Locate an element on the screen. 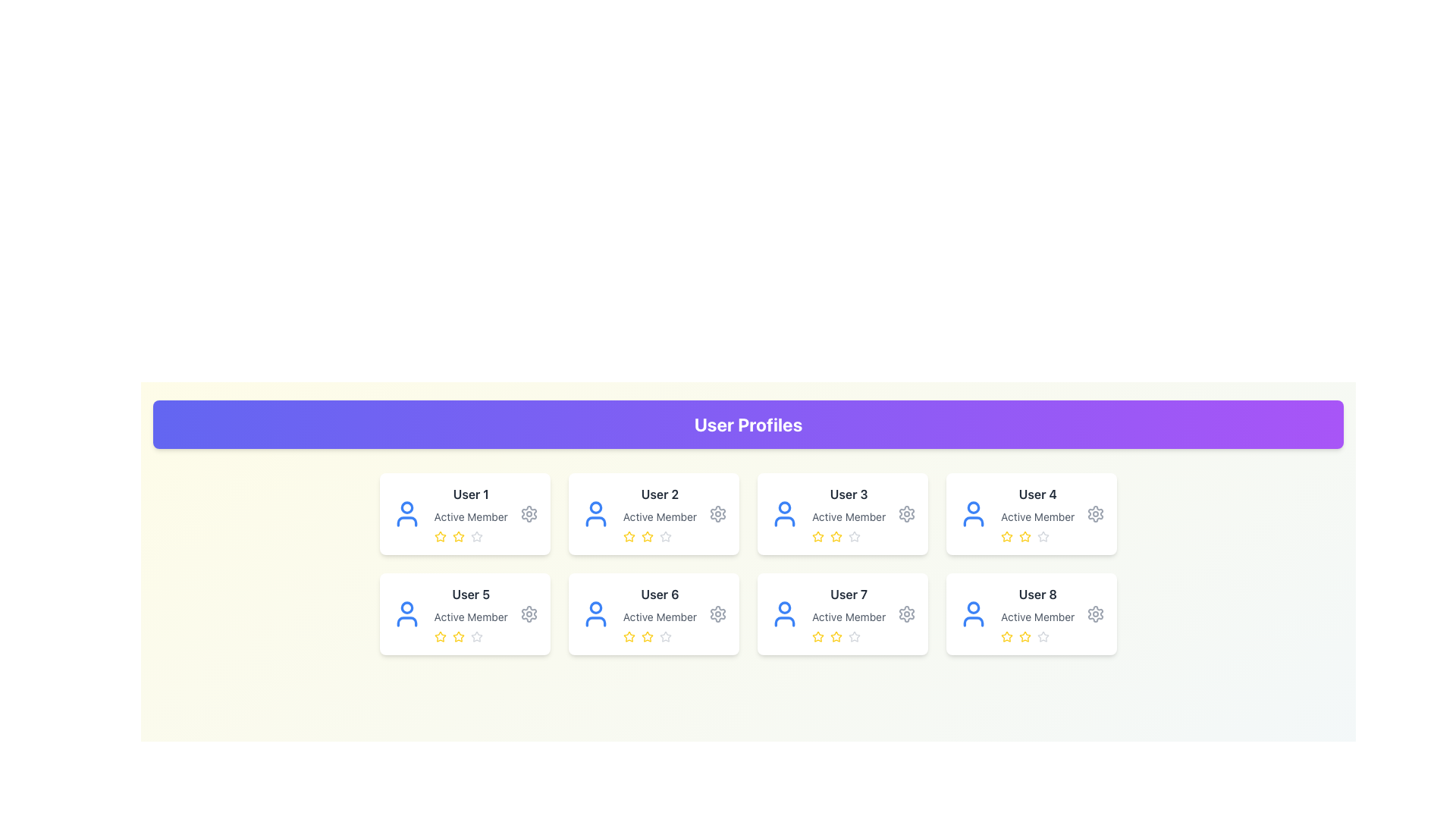 The width and height of the screenshot is (1456, 819). the user icon silhouetted in blue located within the user card labeled 'User 5' is located at coordinates (406, 614).